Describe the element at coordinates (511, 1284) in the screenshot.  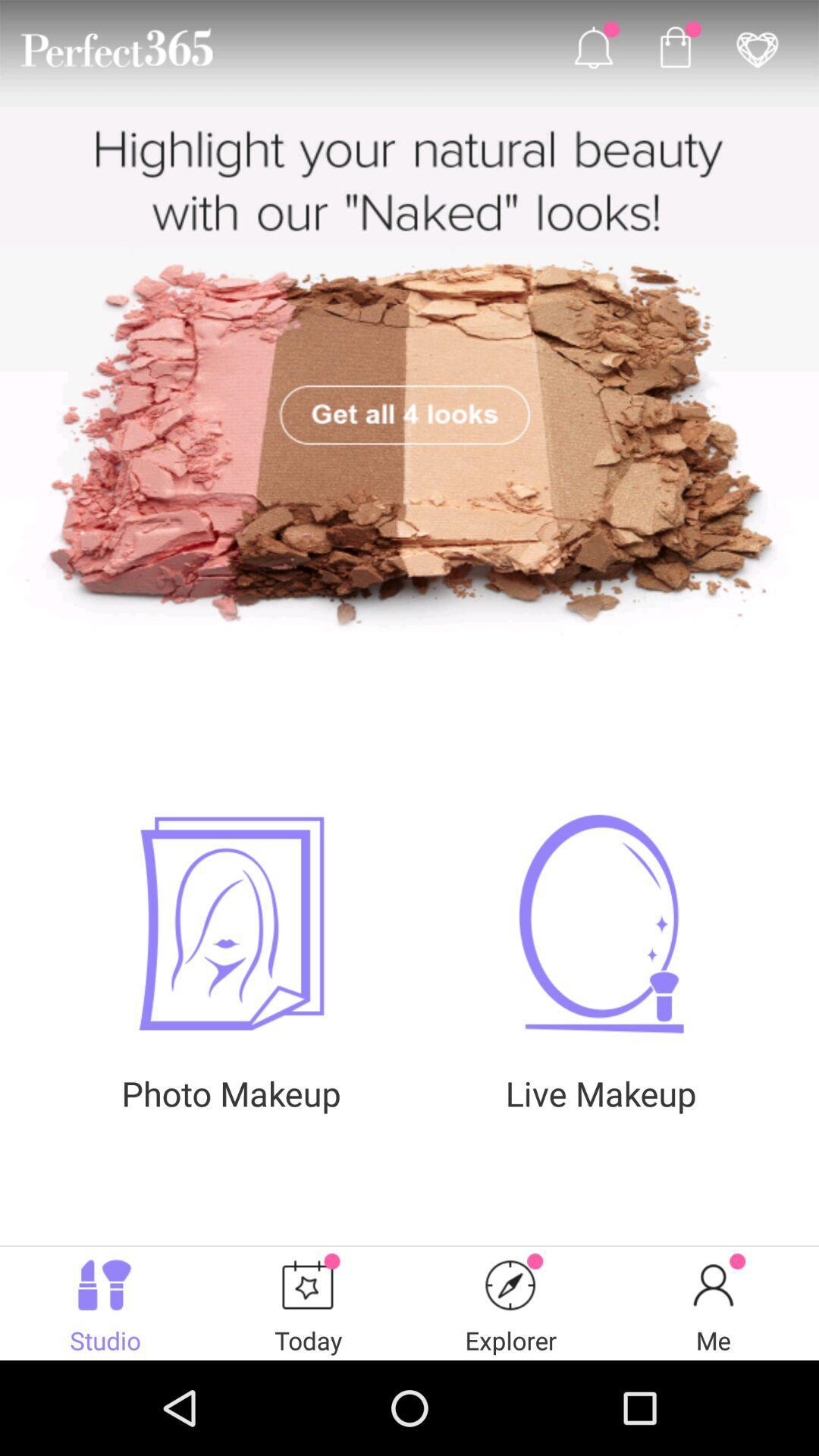
I see `explorer` at that location.